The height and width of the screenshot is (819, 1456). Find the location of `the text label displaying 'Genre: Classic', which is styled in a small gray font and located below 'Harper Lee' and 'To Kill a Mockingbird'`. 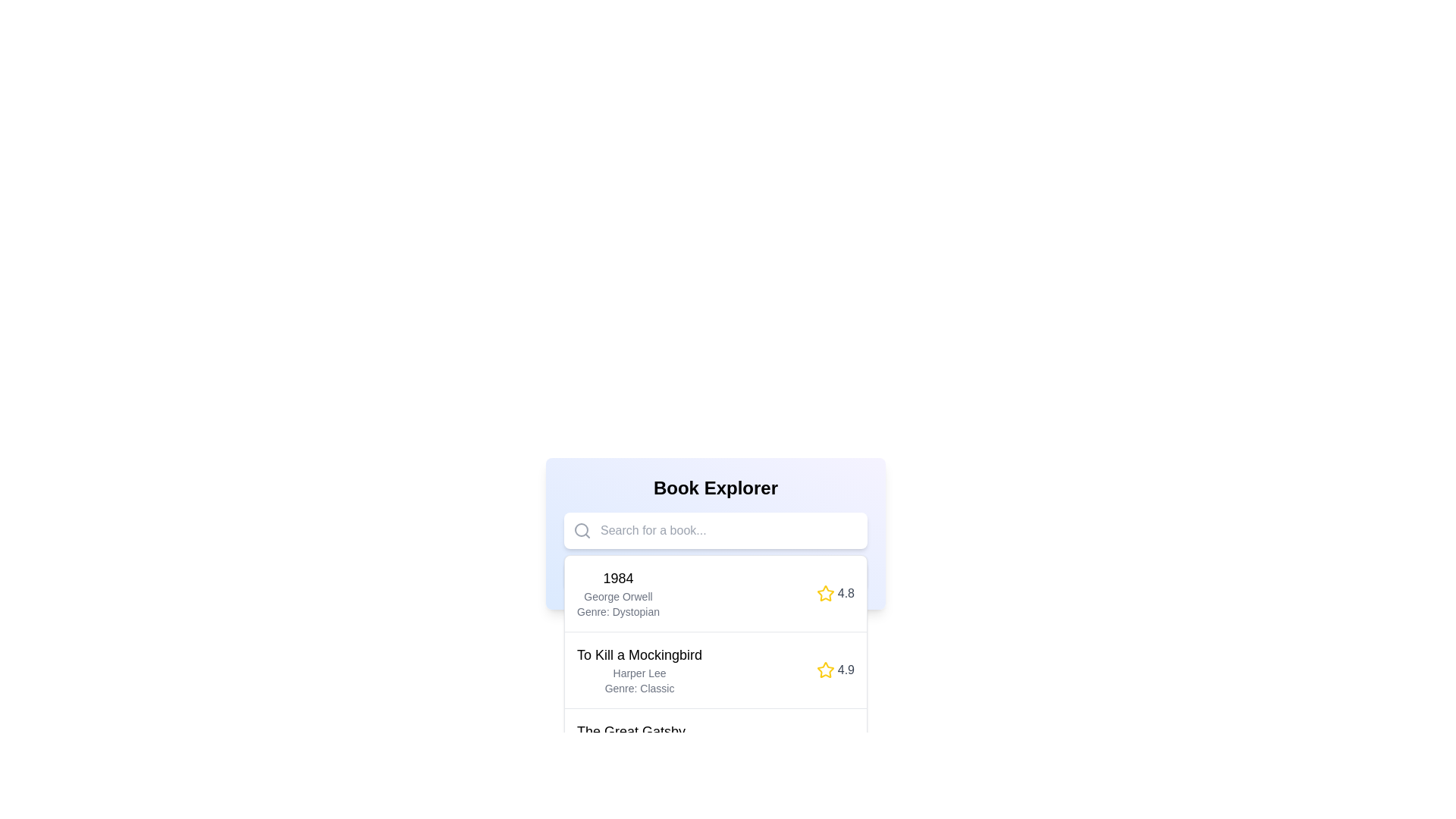

the text label displaying 'Genre: Classic', which is styled in a small gray font and located below 'Harper Lee' and 'To Kill a Mockingbird' is located at coordinates (639, 688).